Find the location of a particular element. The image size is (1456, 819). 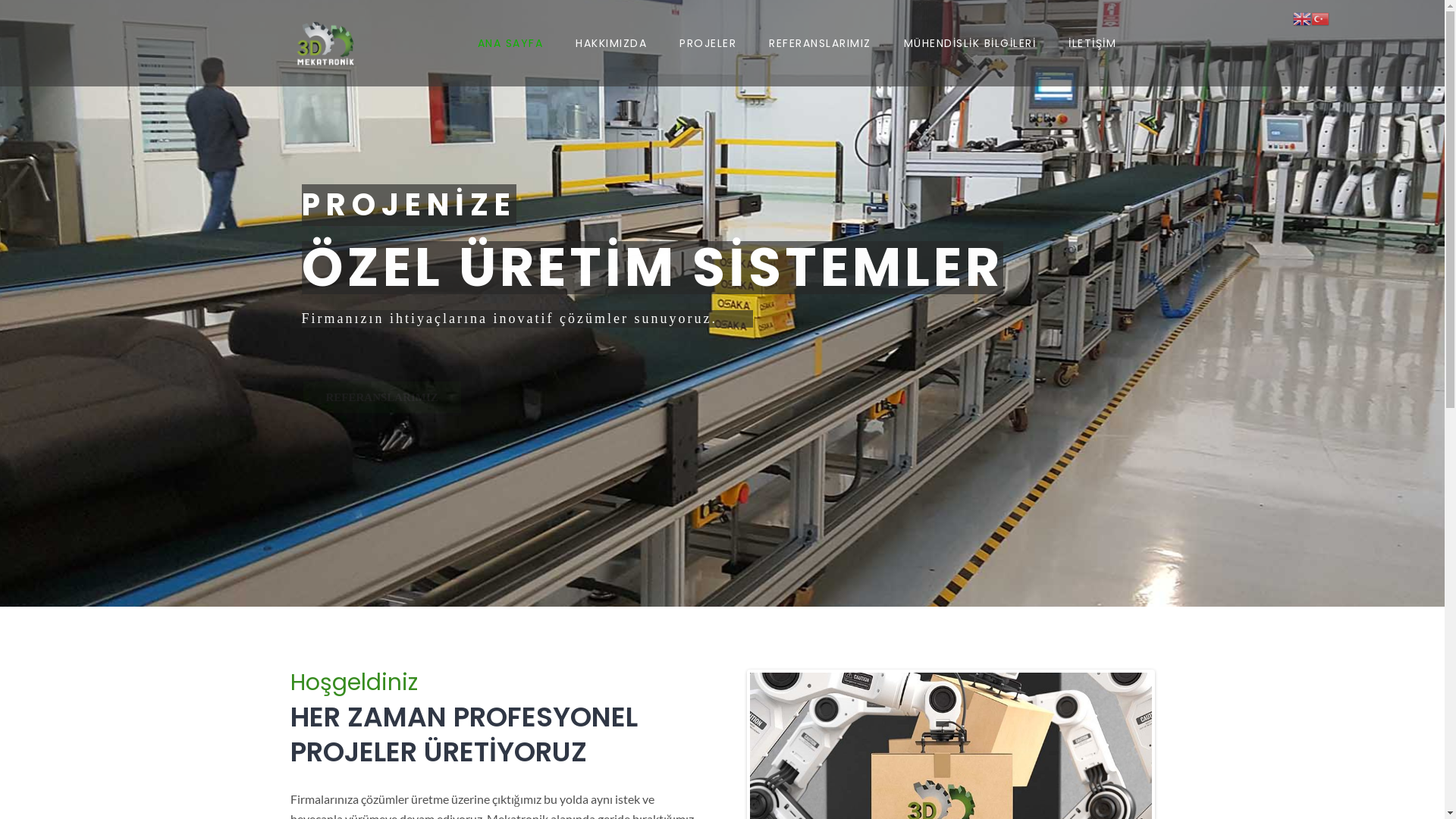

'English' is located at coordinates (1301, 17).